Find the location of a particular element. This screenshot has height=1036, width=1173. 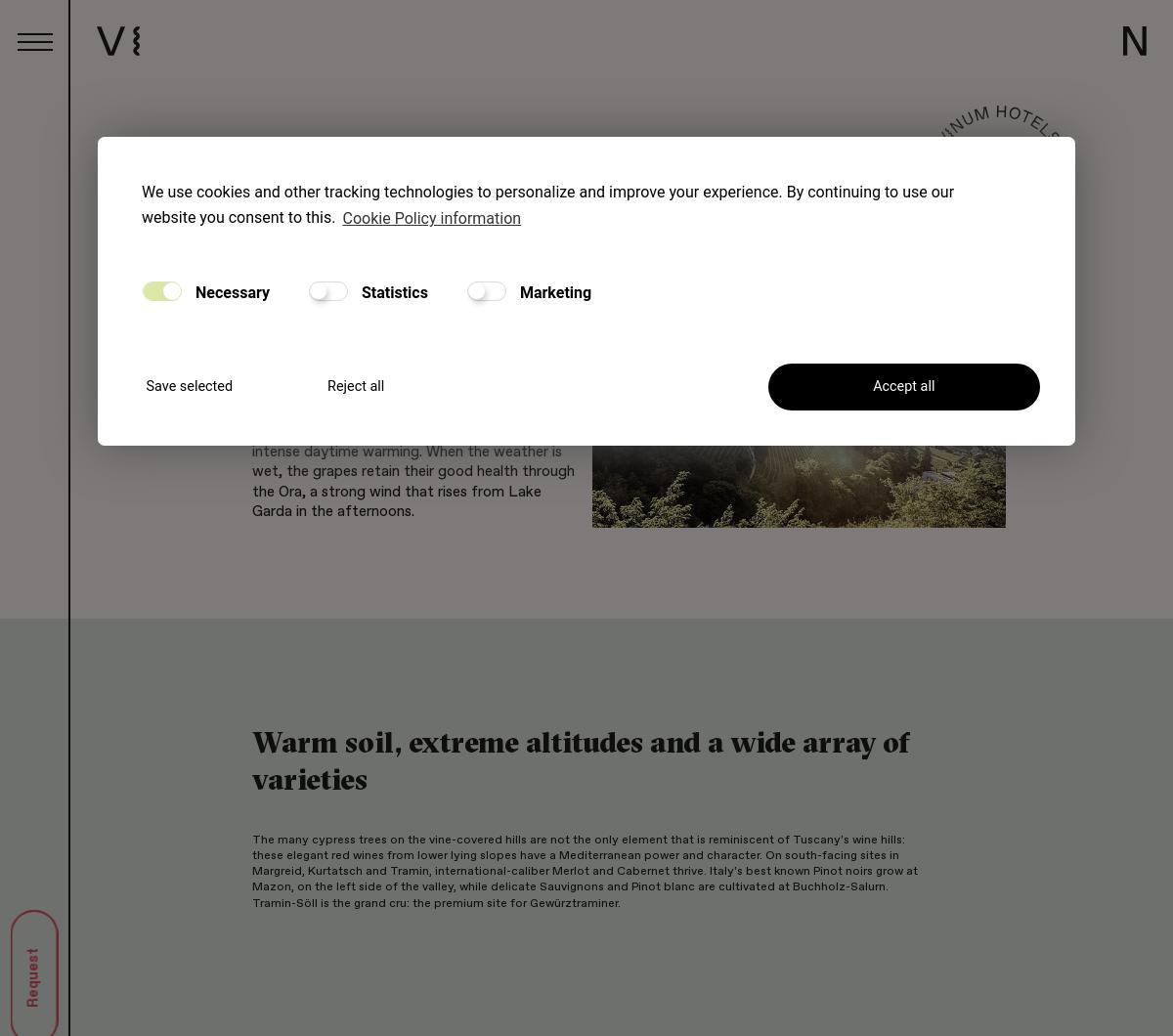

'The many cypress trees on the vine-covered hills are not the only element that is reminiscent of Tuscany's wine hills: these elegant red wines from lower lying slopes have a Mediterranean power and character. On south-facing sites in Margreid, Kurtatsch and Tramin, international-caliber Merlot and Cabernet thrive. Italy's best known Pinot noirs grow at Mazon, on the left side of the valley, while delicate Sauvignons and Pinot blanc are cultivated at Buchholz-Salurn. Tramin-Söll is the grand cru: the premium site for Gewürztraminer.' is located at coordinates (584, 871).